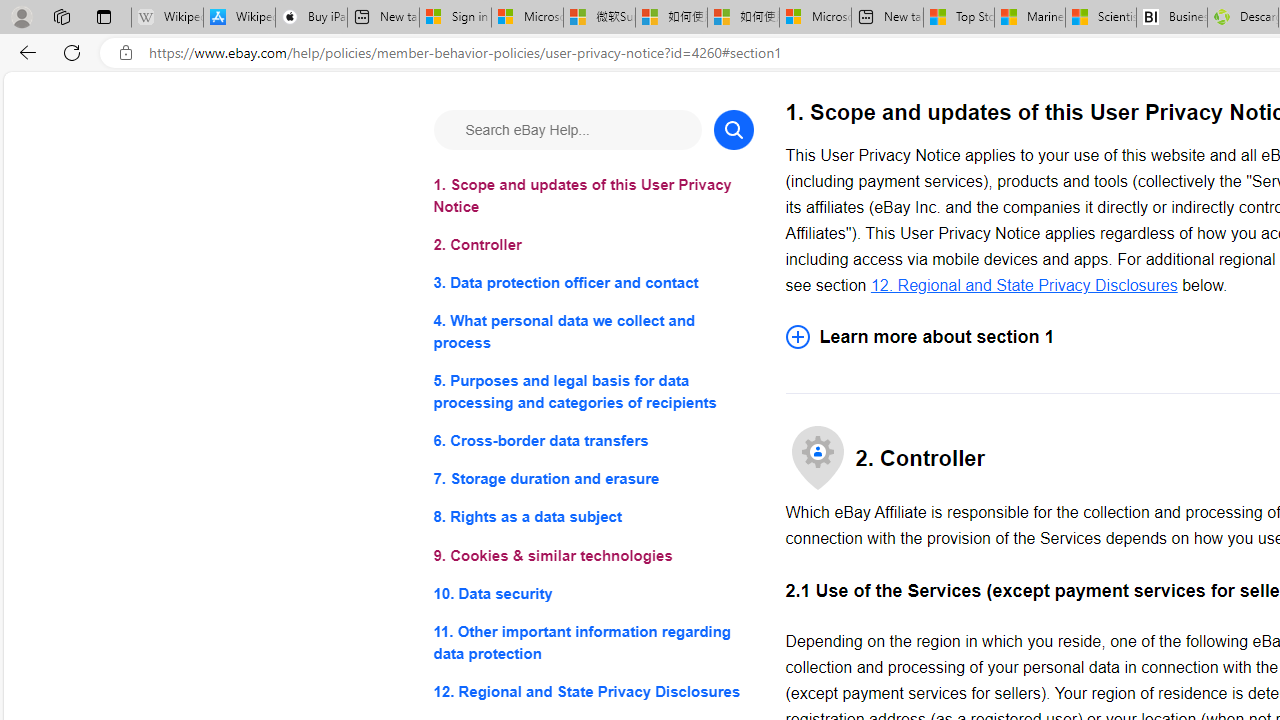  Describe the element at coordinates (592, 479) in the screenshot. I see `'7. Storage duration and erasure'` at that location.